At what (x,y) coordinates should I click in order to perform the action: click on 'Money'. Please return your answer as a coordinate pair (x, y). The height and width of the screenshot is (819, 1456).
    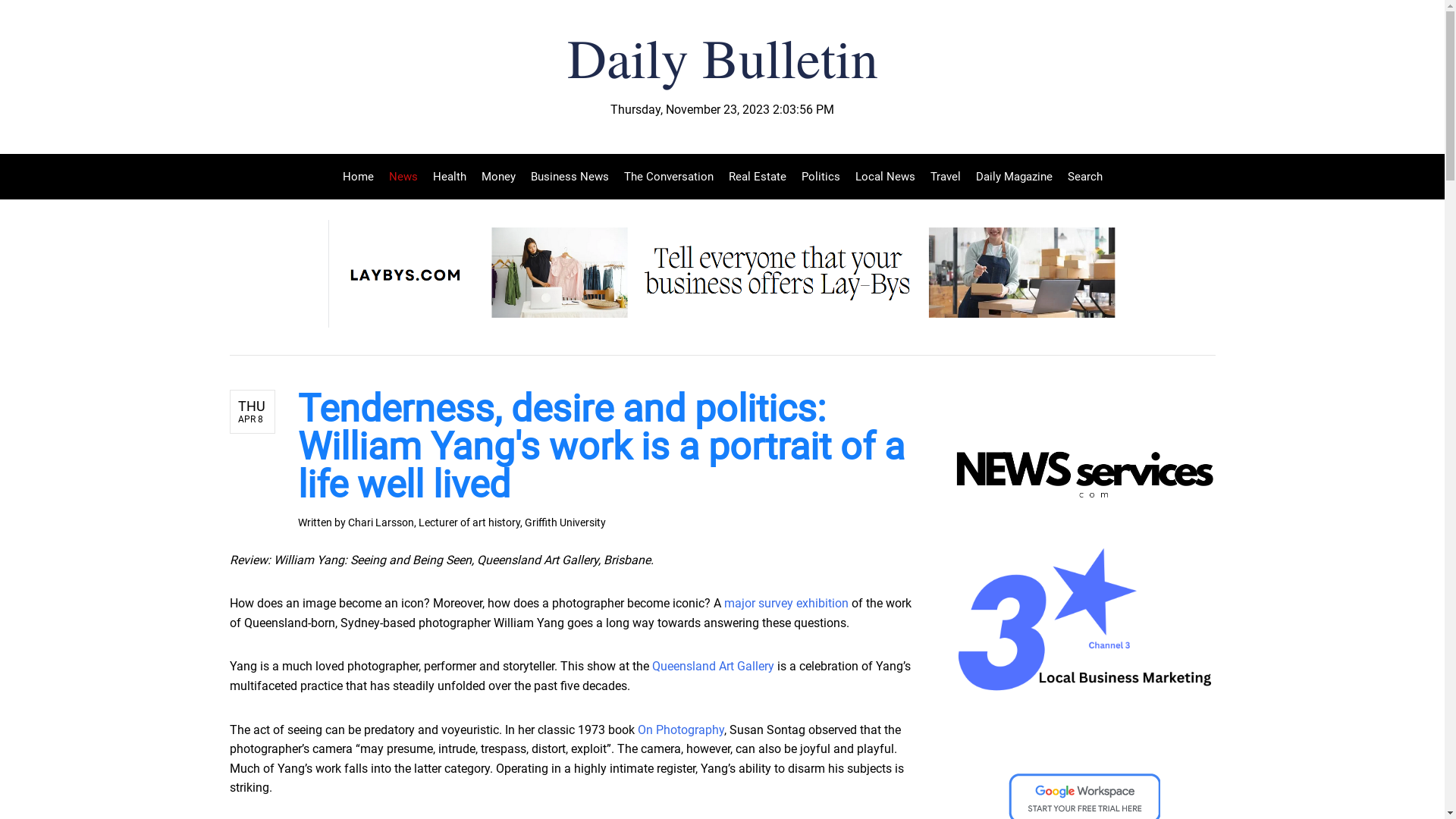
    Looking at the image, I should click on (497, 175).